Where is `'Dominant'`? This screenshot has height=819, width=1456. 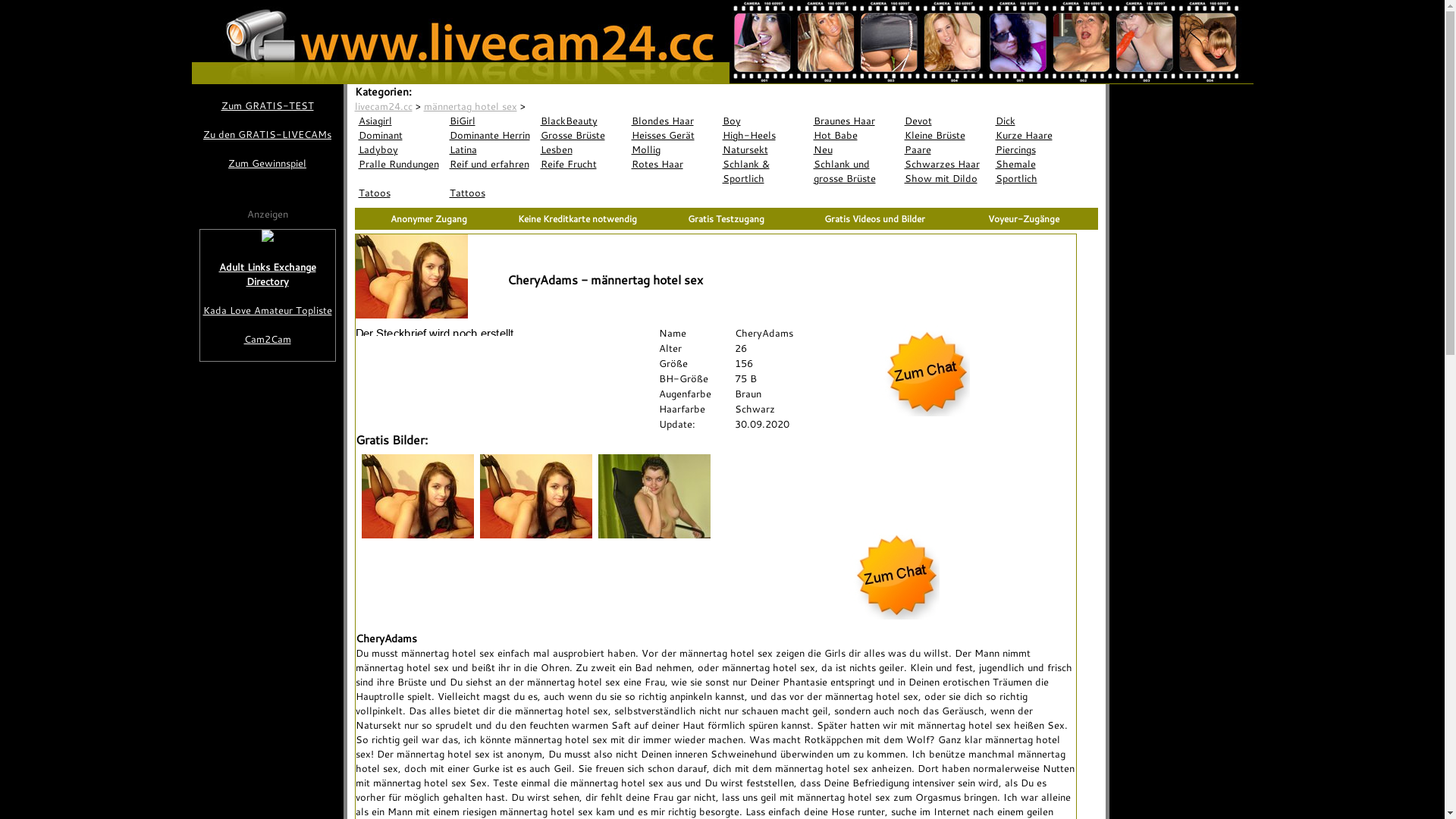 'Dominant' is located at coordinates (400, 134).